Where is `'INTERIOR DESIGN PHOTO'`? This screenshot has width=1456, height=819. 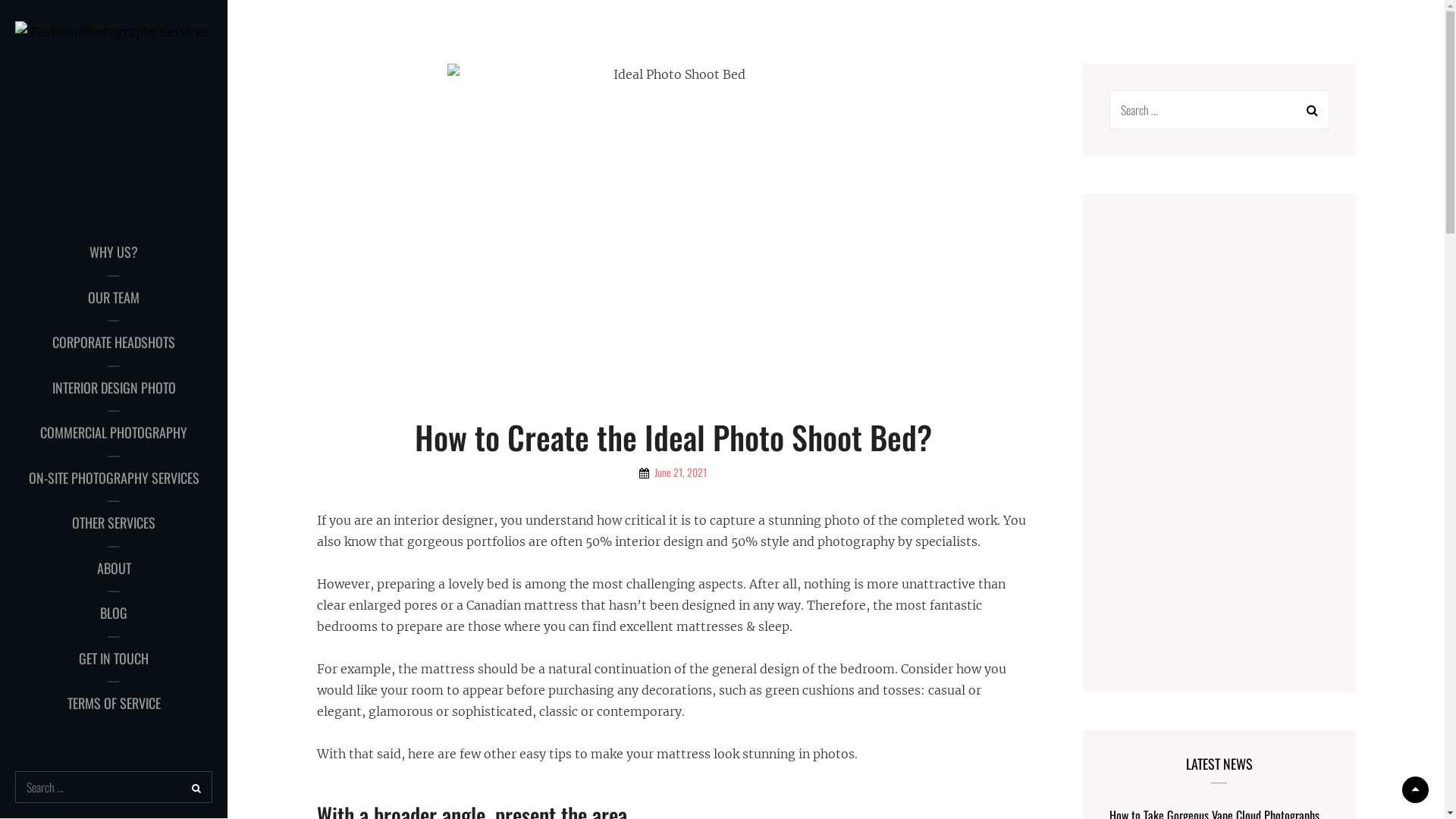
'INTERIOR DESIGN PHOTO' is located at coordinates (112, 388).